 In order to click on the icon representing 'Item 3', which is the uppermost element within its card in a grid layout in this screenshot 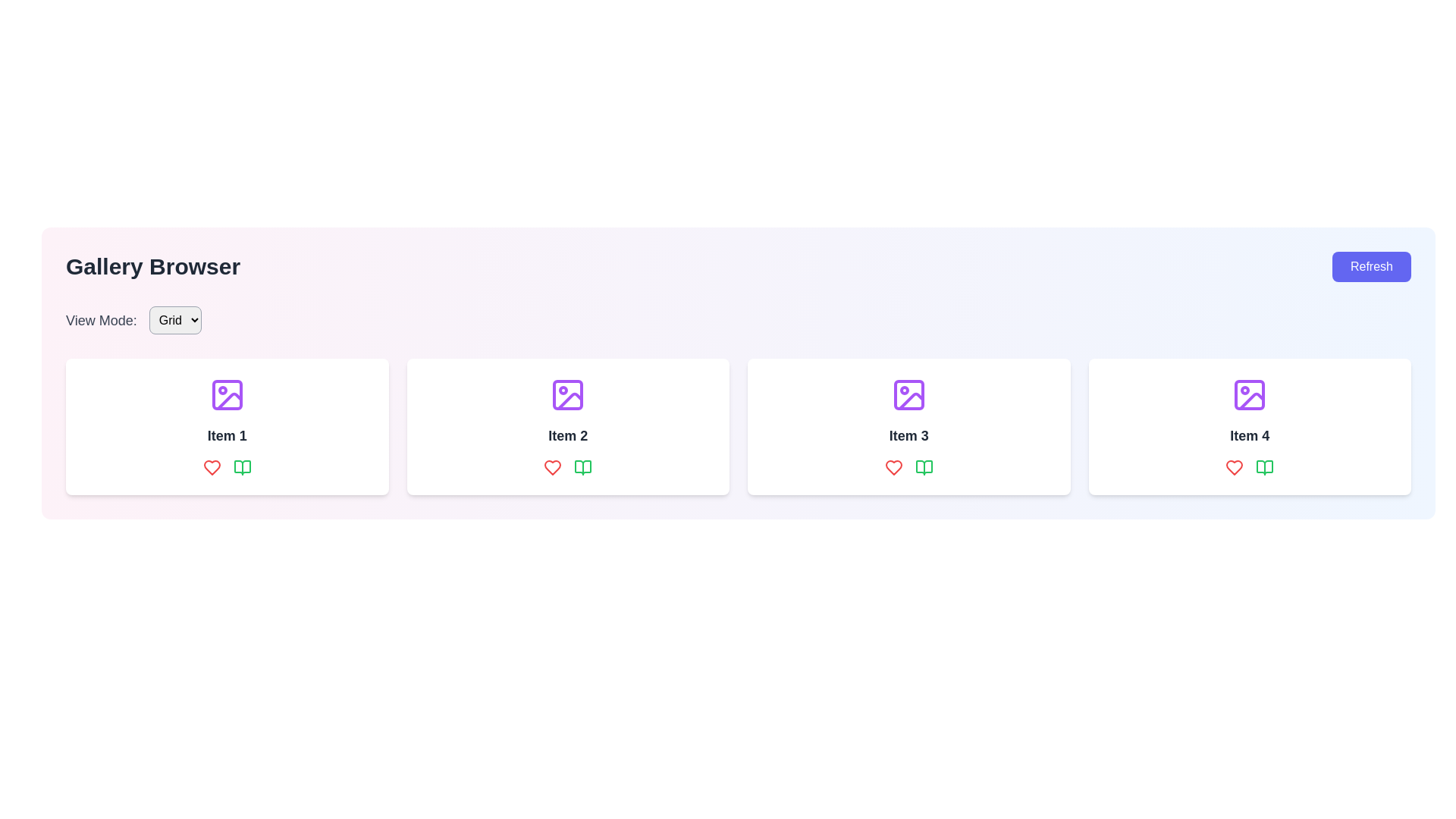, I will do `click(908, 394)`.